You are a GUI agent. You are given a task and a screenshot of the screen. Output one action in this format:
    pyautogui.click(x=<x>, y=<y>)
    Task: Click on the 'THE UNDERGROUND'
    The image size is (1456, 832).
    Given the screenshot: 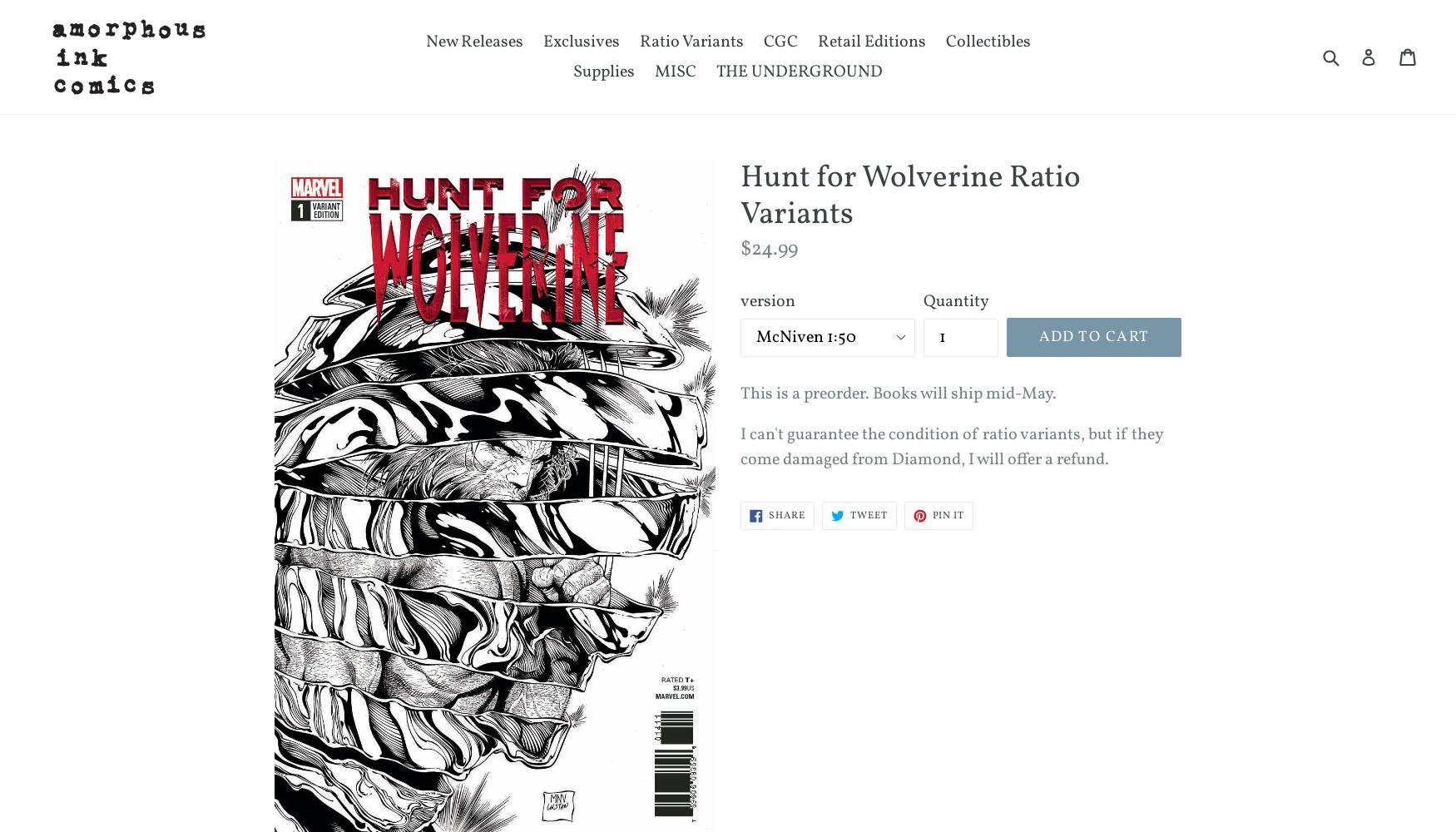 What is the action you would take?
    pyautogui.click(x=799, y=71)
    